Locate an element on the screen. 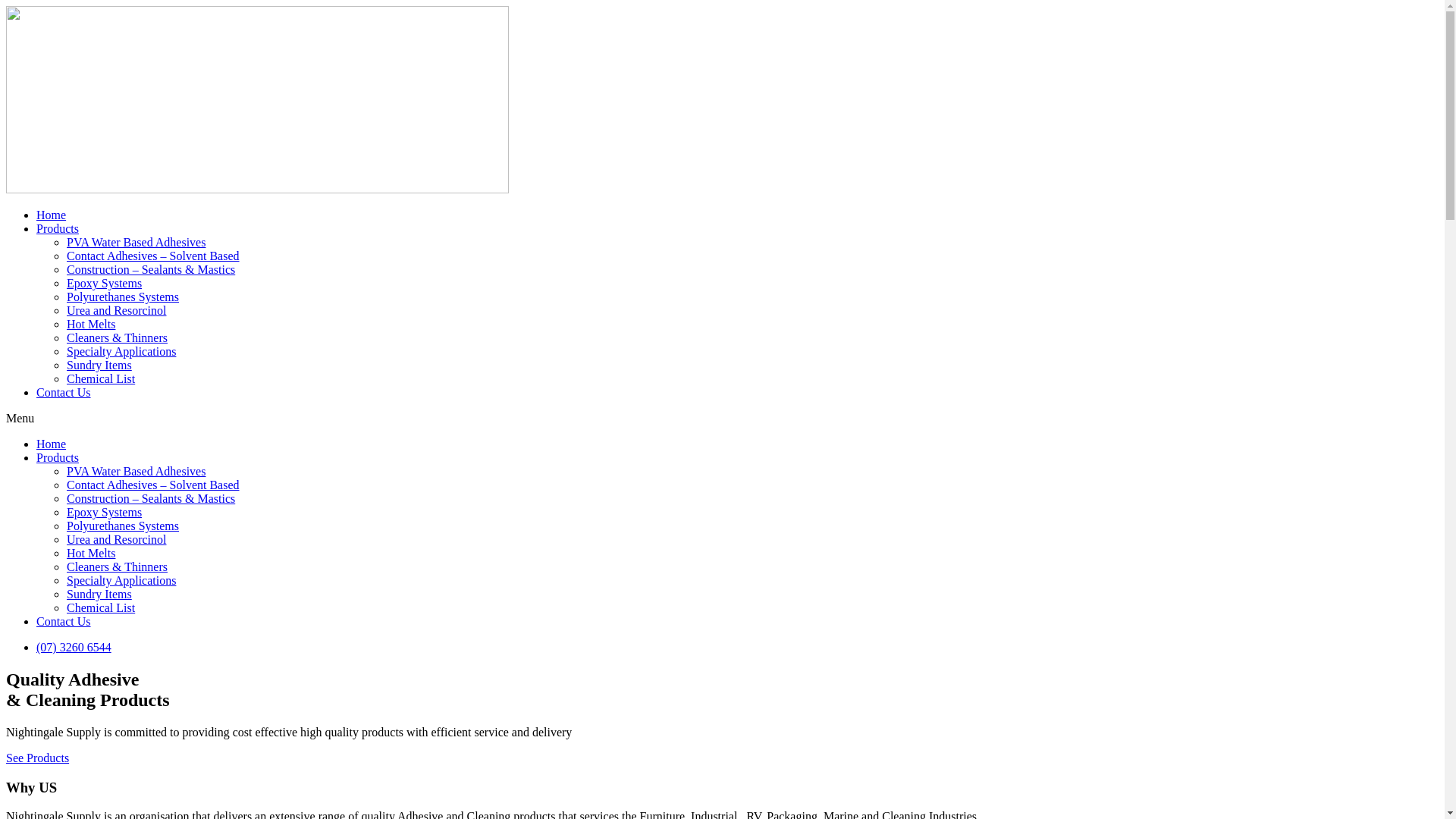 This screenshot has width=1456, height=819. 'Sundry Items' is located at coordinates (98, 593).